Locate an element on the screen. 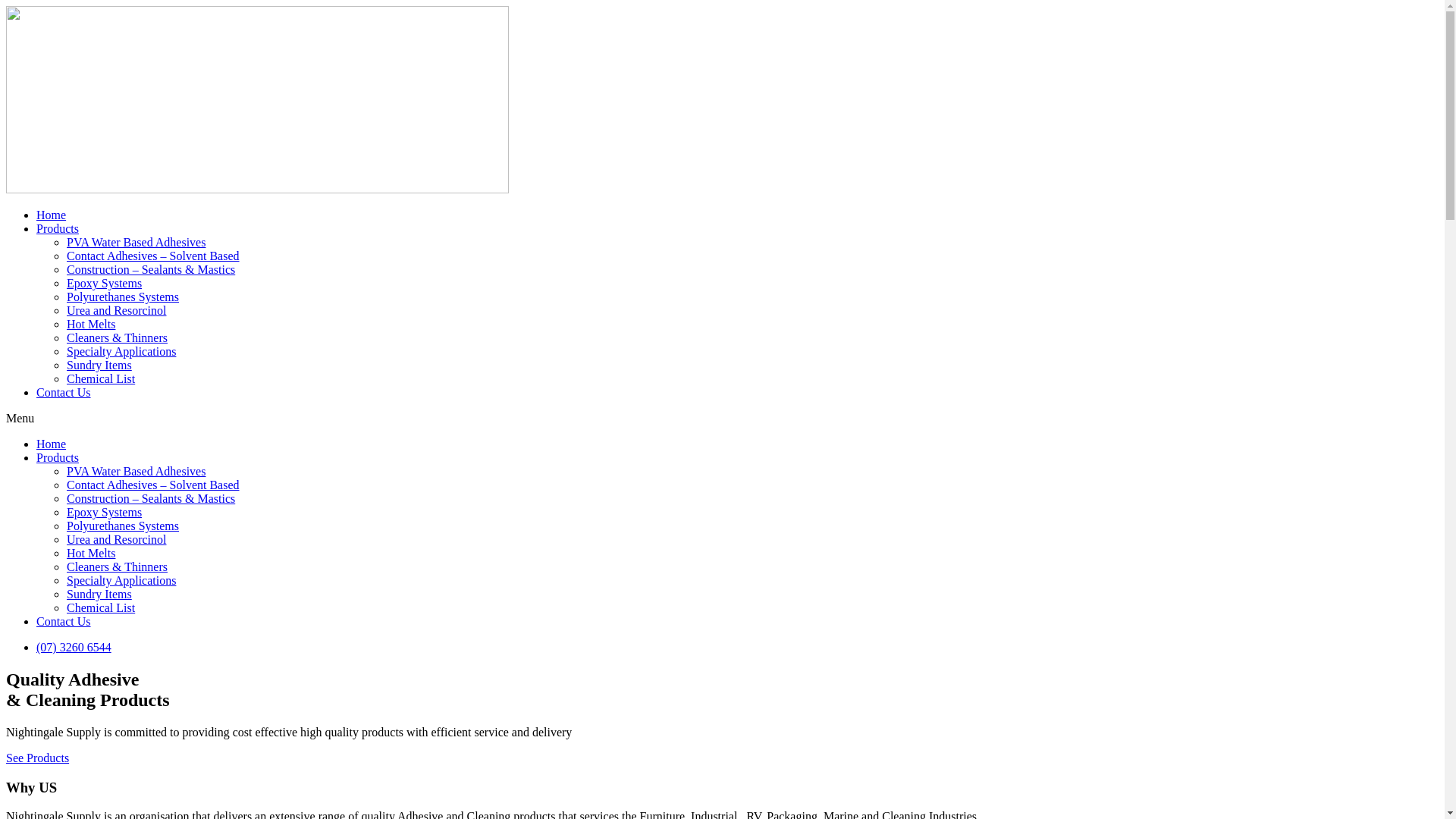 This screenshot has width=1456, height=819. 'Sundry Items' is located at coordinates (98, 593).